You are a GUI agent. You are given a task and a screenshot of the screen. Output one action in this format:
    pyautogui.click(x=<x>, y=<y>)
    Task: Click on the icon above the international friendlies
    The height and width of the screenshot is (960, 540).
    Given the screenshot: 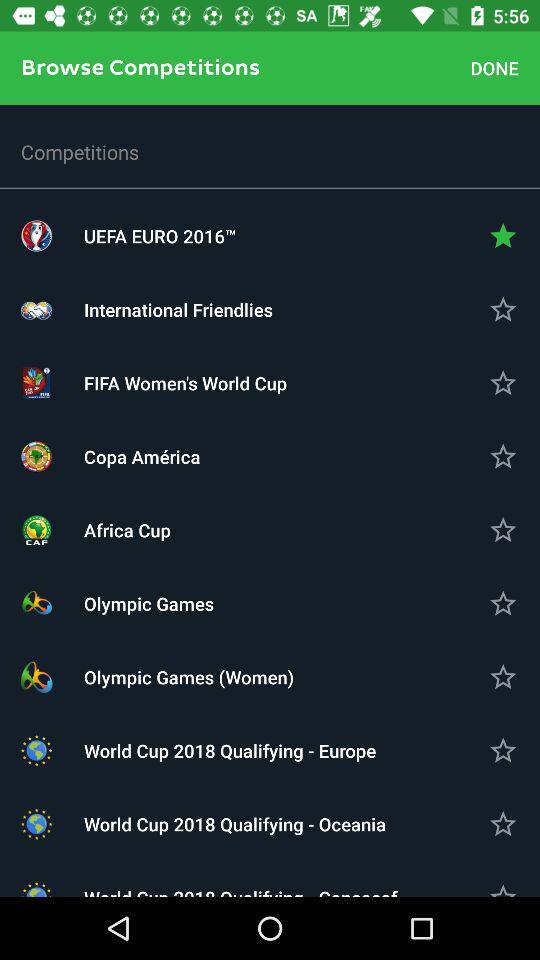 What is the action you would take?
    pyautogui.click(x=270, y=236)
    